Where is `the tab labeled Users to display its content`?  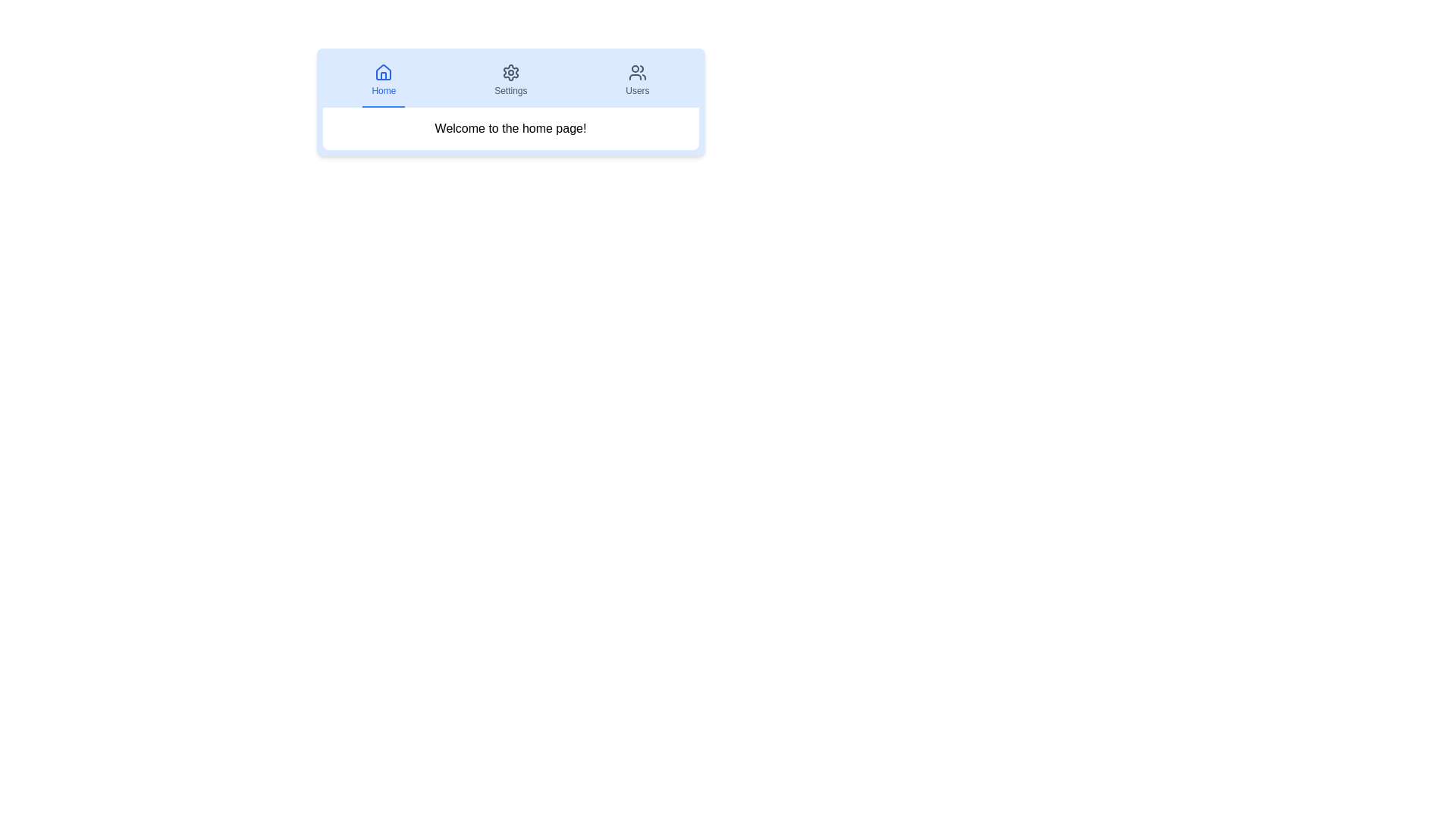
the tab labeled Users to display its content is located at coordinates (637, 81).